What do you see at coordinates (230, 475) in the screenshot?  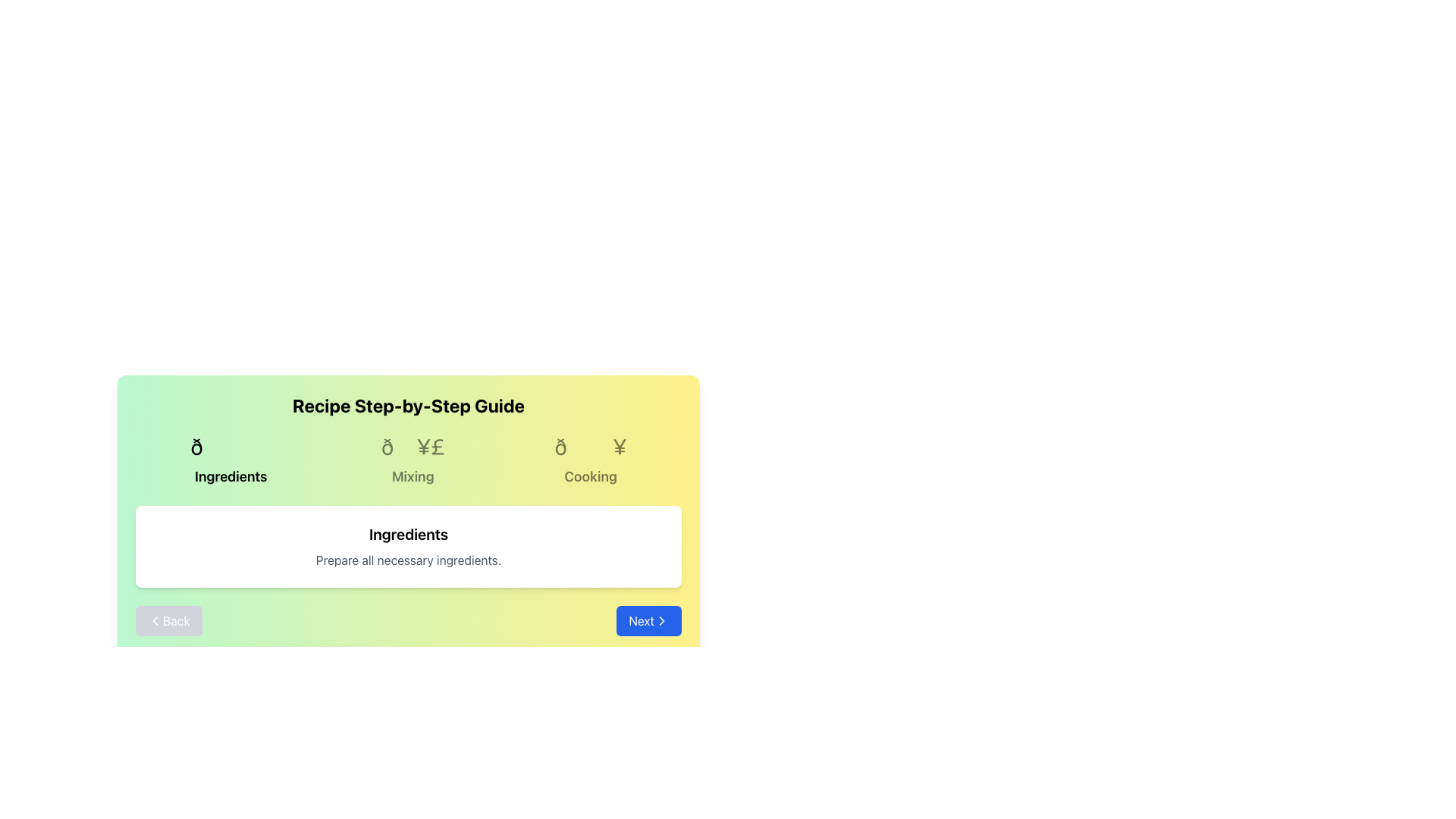 I see `the 'Ingredients' text label which is bold and positioned below an emoji-like icon in the top-left region of the interface` at bounding box center [230, 475].